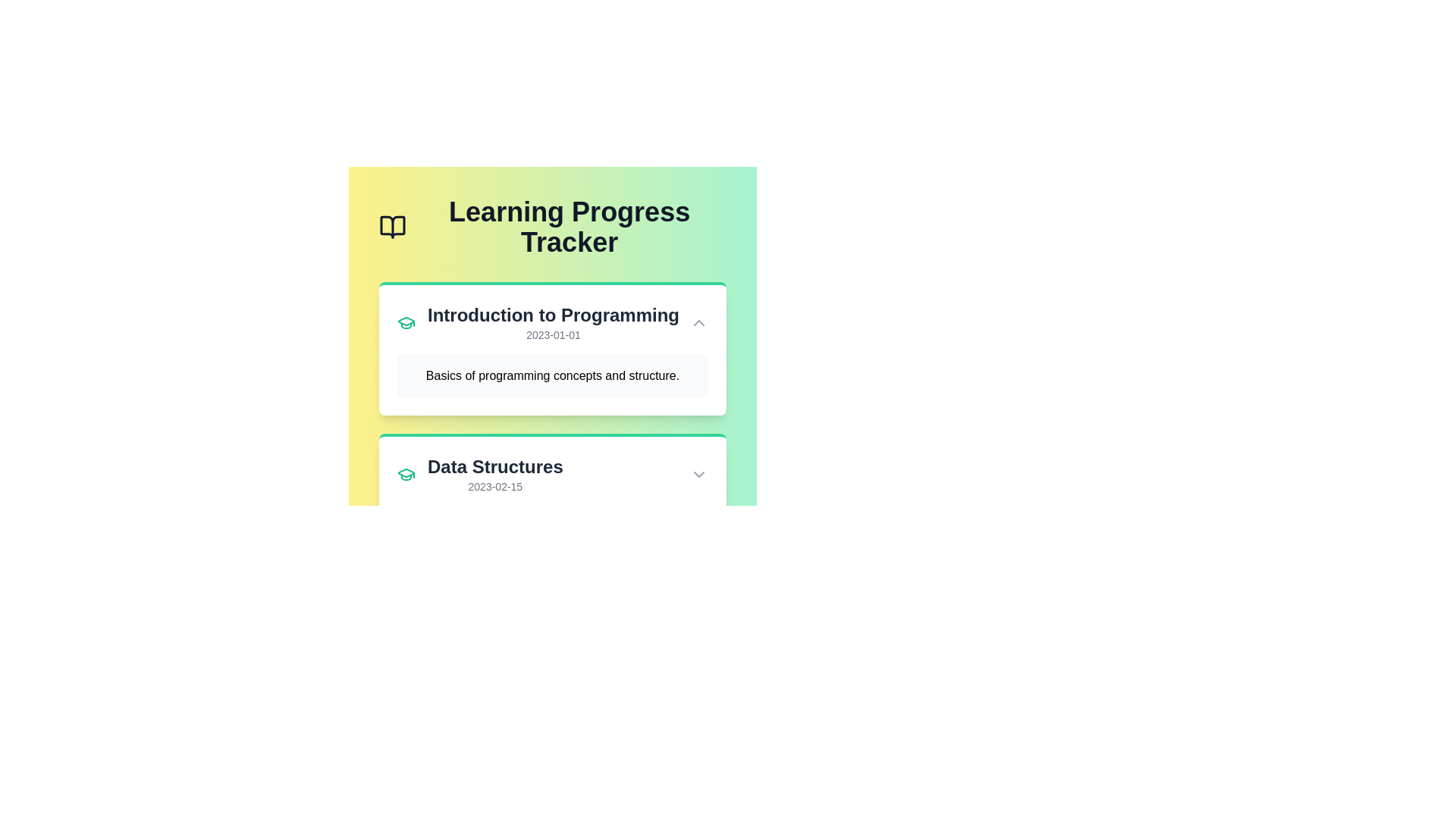 This screenshot has height=819, width=1456. What do you see at coordinates (406, 322) in the screenshot?
I see `the green graduation cap icon located in the top-left corner of the 'Introduction to Programming' card` at bounding box center [406, 322].